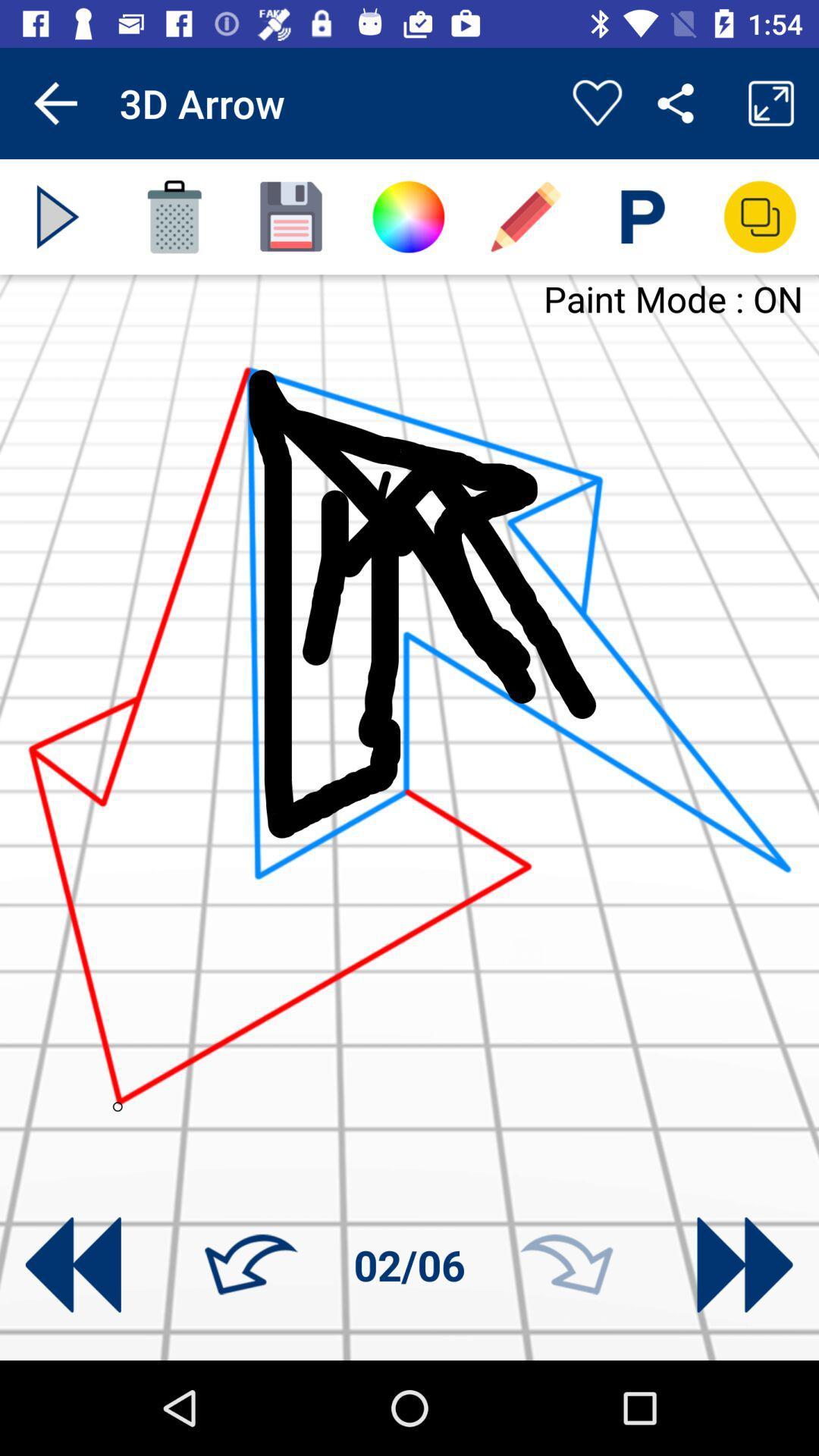  Describe the element at coordinates (525, 216) in the screenshot. I see `draw` at that location.